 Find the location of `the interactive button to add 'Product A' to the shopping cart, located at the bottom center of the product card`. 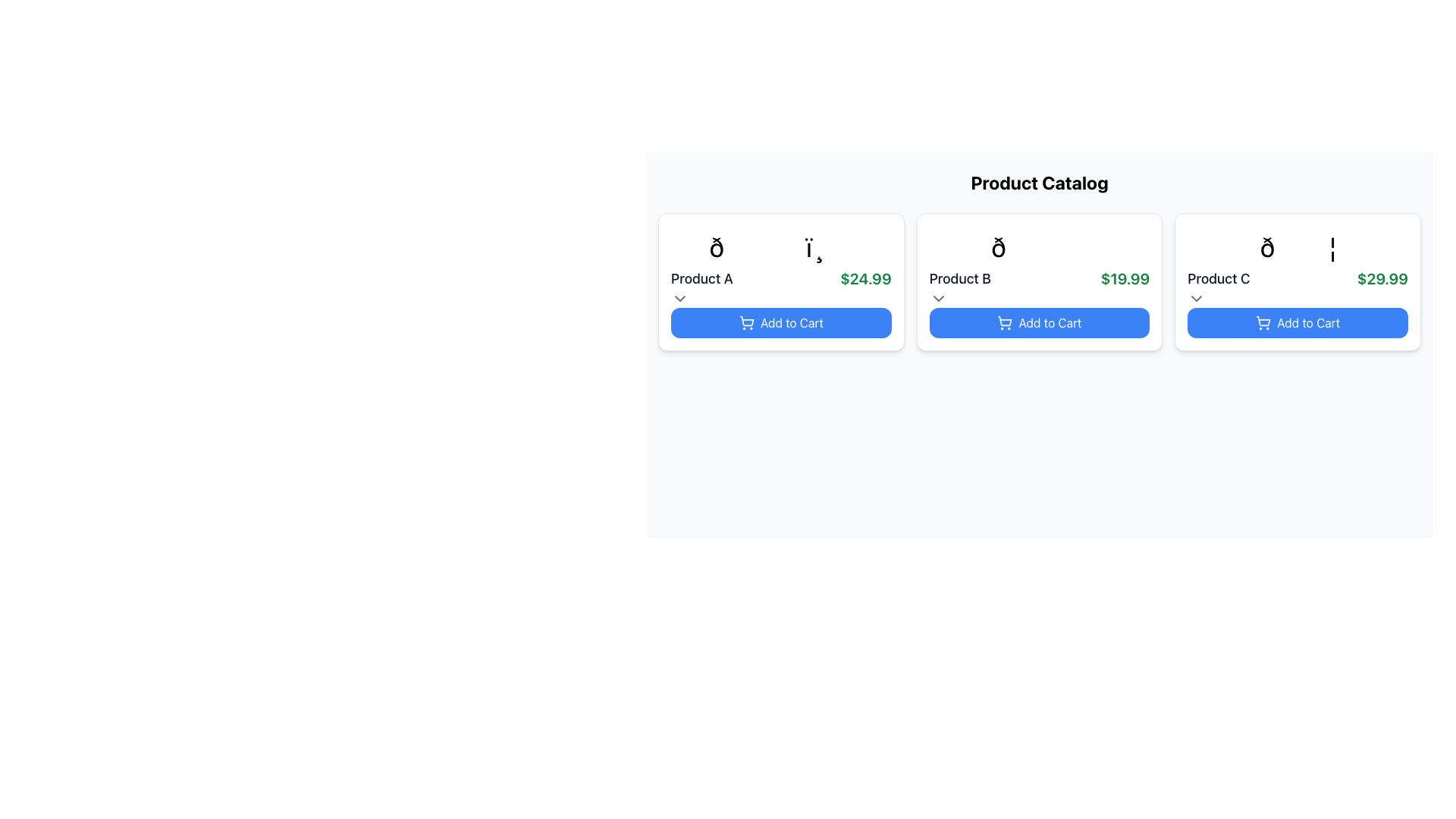

the interactive button to add 'Product A' to the shopping cart, located at the bottom center of the product card is located at coordinates (781, 322).